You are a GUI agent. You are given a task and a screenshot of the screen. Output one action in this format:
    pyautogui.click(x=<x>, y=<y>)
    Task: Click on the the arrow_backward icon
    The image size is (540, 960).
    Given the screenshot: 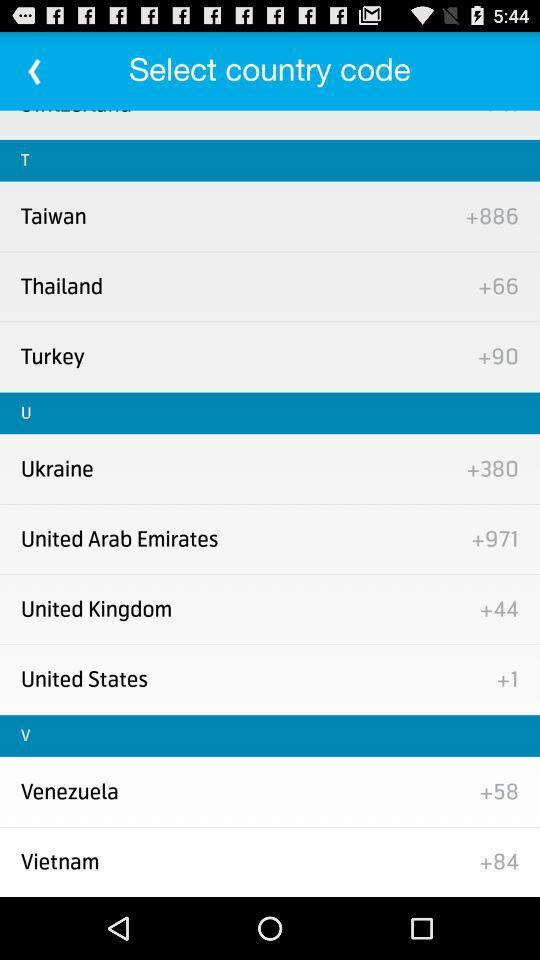 What is the action you would take?
    pyautogui.click(x=39, y=75)
    